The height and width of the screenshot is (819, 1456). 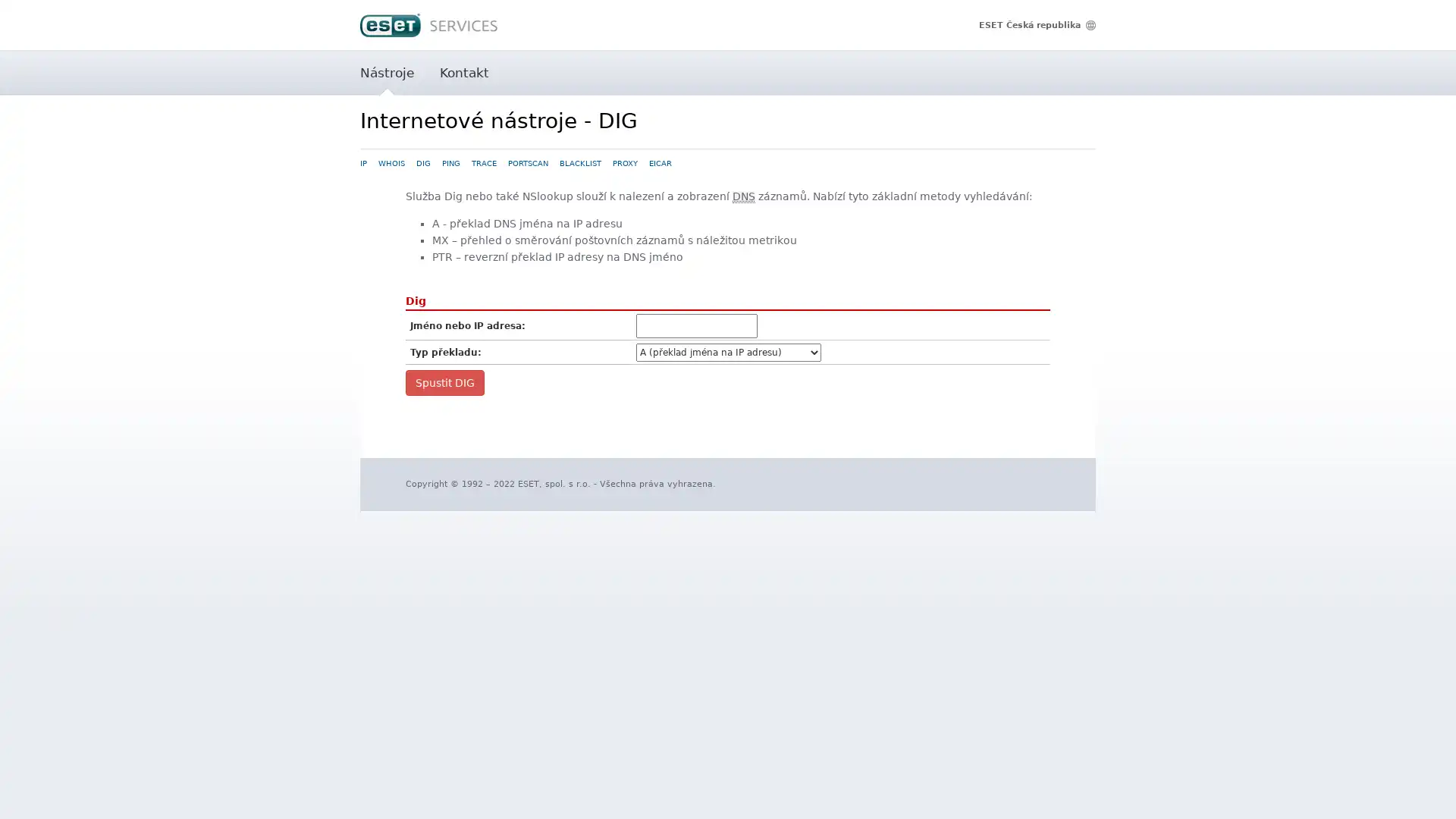 I want to click on Spustit DIG, so click(x=444, y=381).